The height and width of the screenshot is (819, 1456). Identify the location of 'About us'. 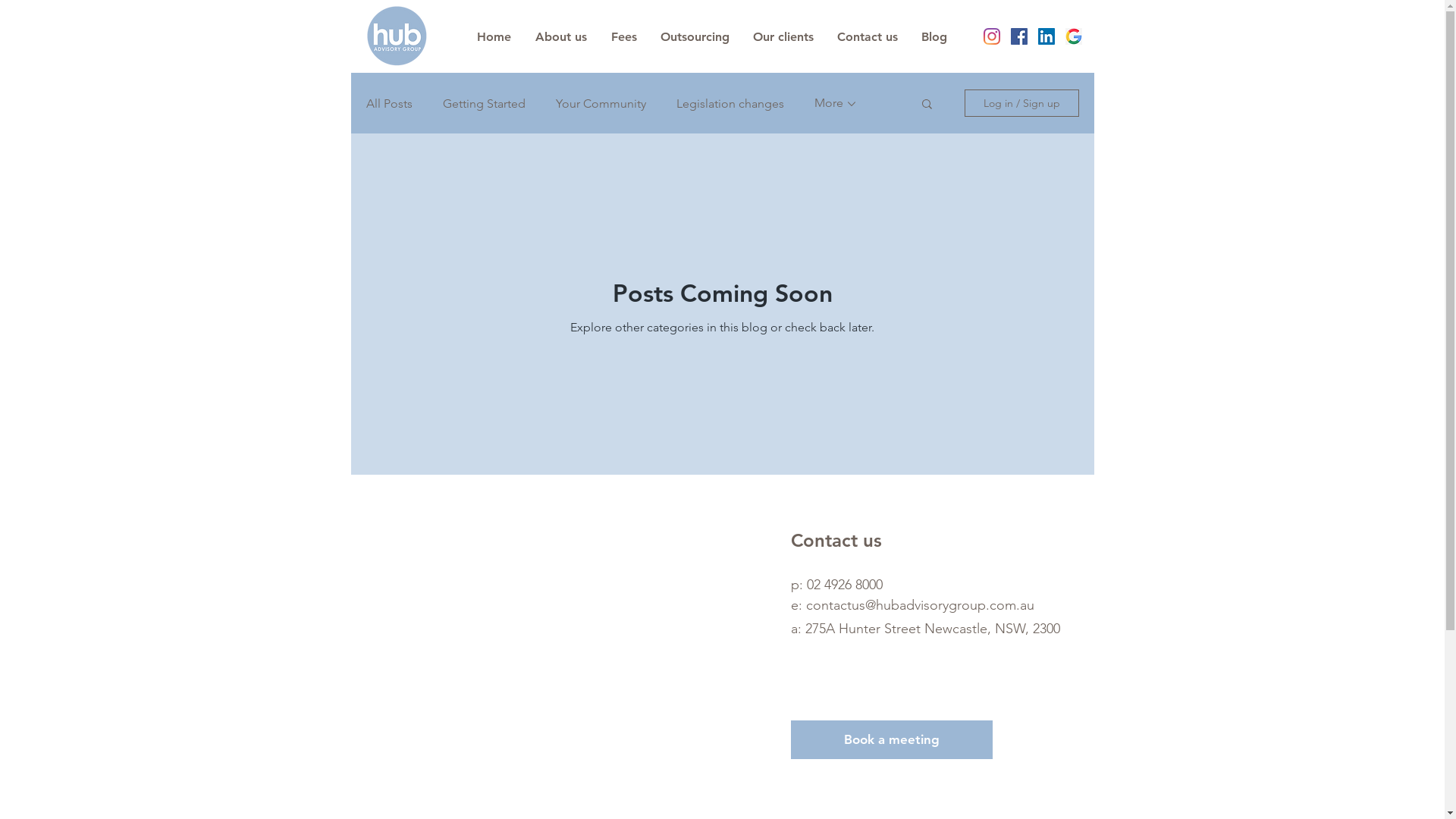
(560, 36).